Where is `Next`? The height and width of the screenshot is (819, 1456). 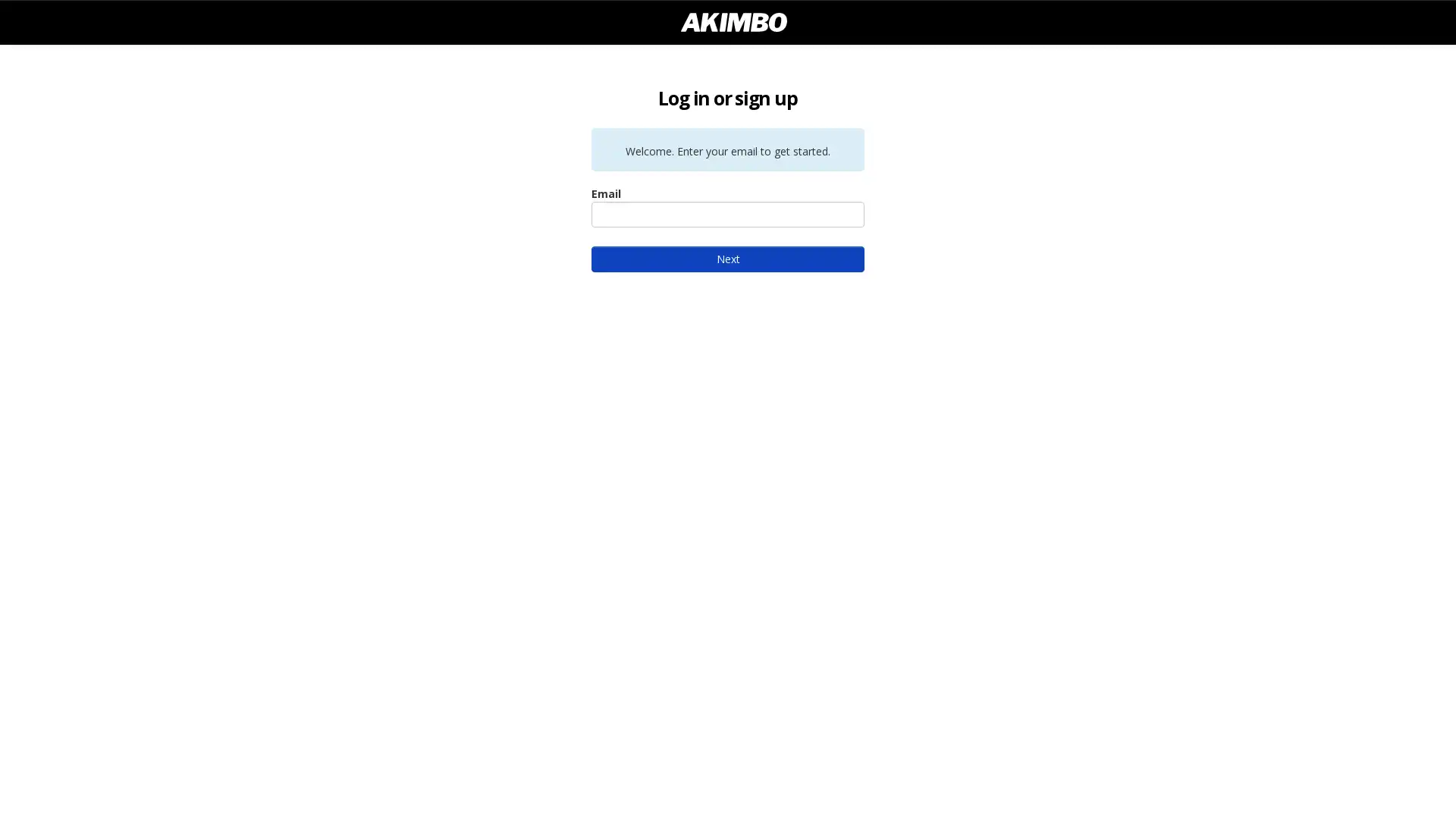
Next is located at coordinates (728, 259).